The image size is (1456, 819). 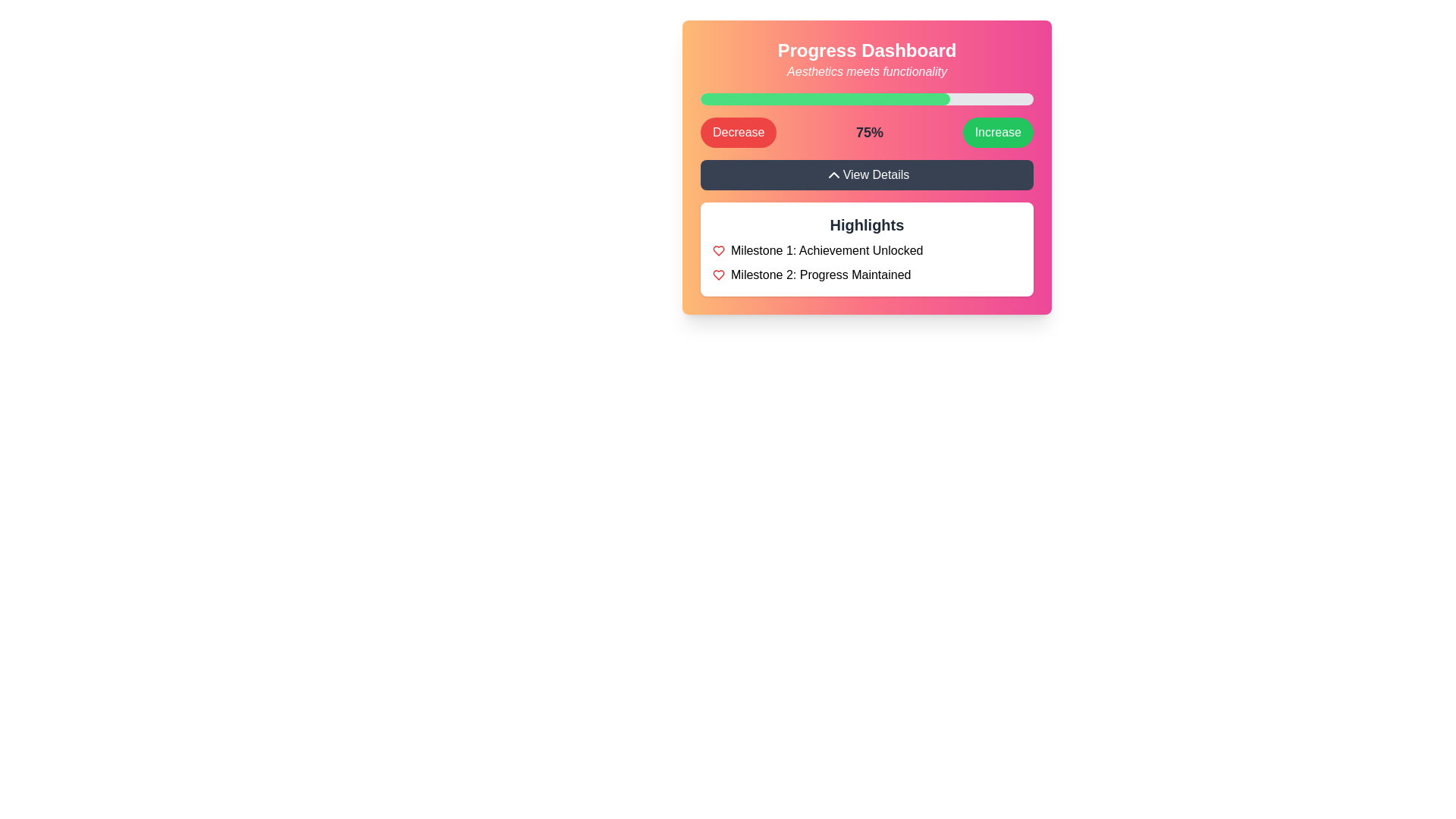 I want to click on the small upward-pointing chevron icon located at the top center of the 'View Details' button, so click(x=833, y=174).